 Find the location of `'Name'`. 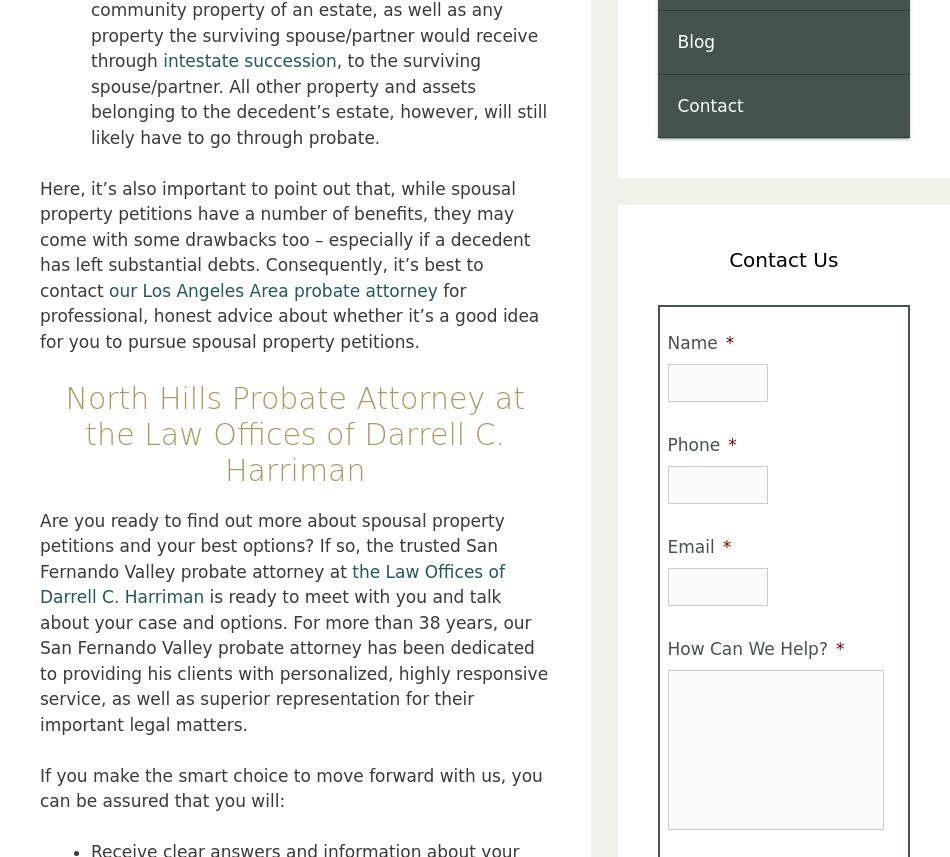

'Name' is located at coordinates (691, 342).